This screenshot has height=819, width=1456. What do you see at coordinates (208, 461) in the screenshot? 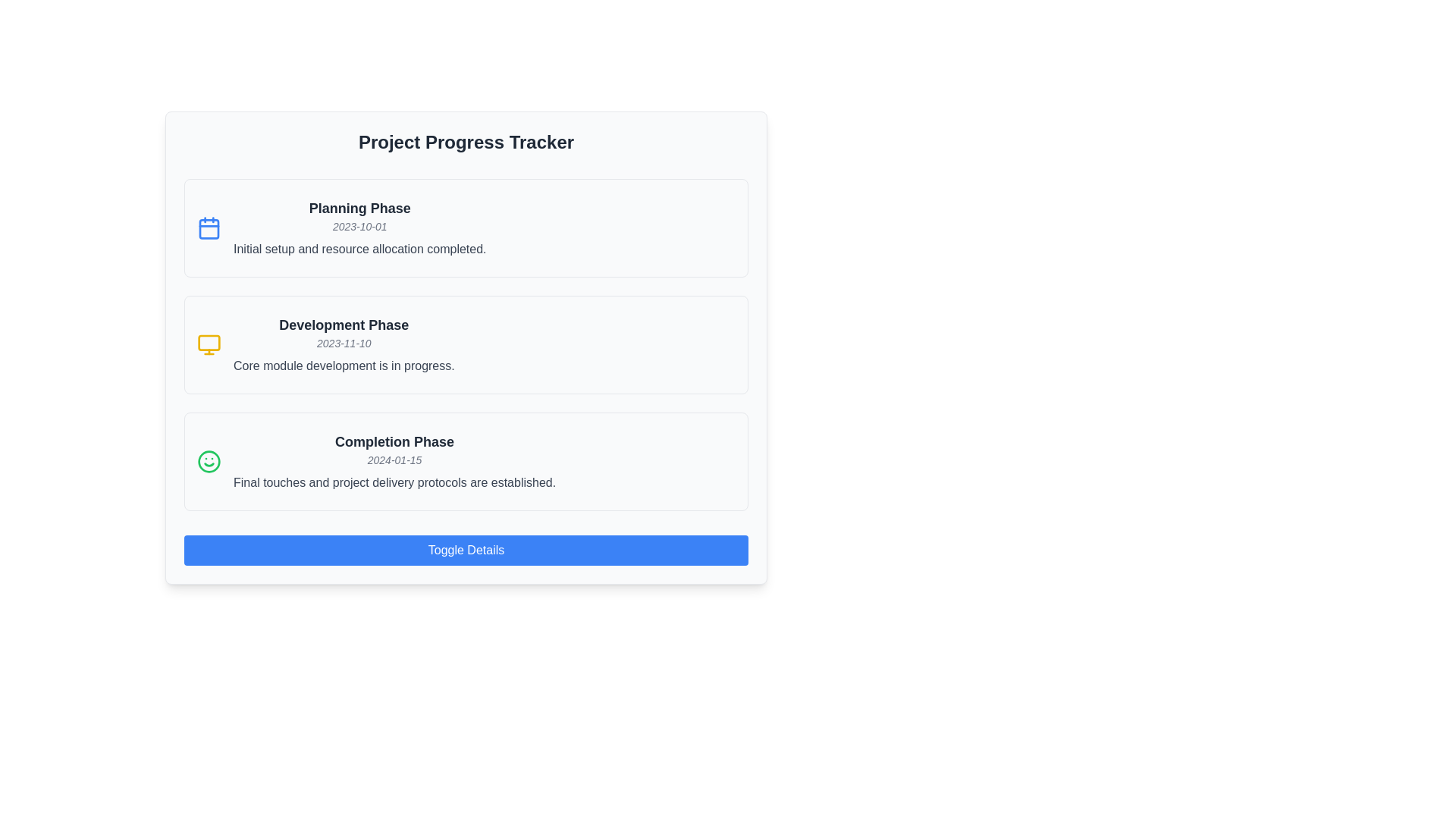
I see `the circular SVG element located within the smiley face icon in the 'Completion Phase' of the 'Project Progress Tracker'` at bounding box center [208, 461].